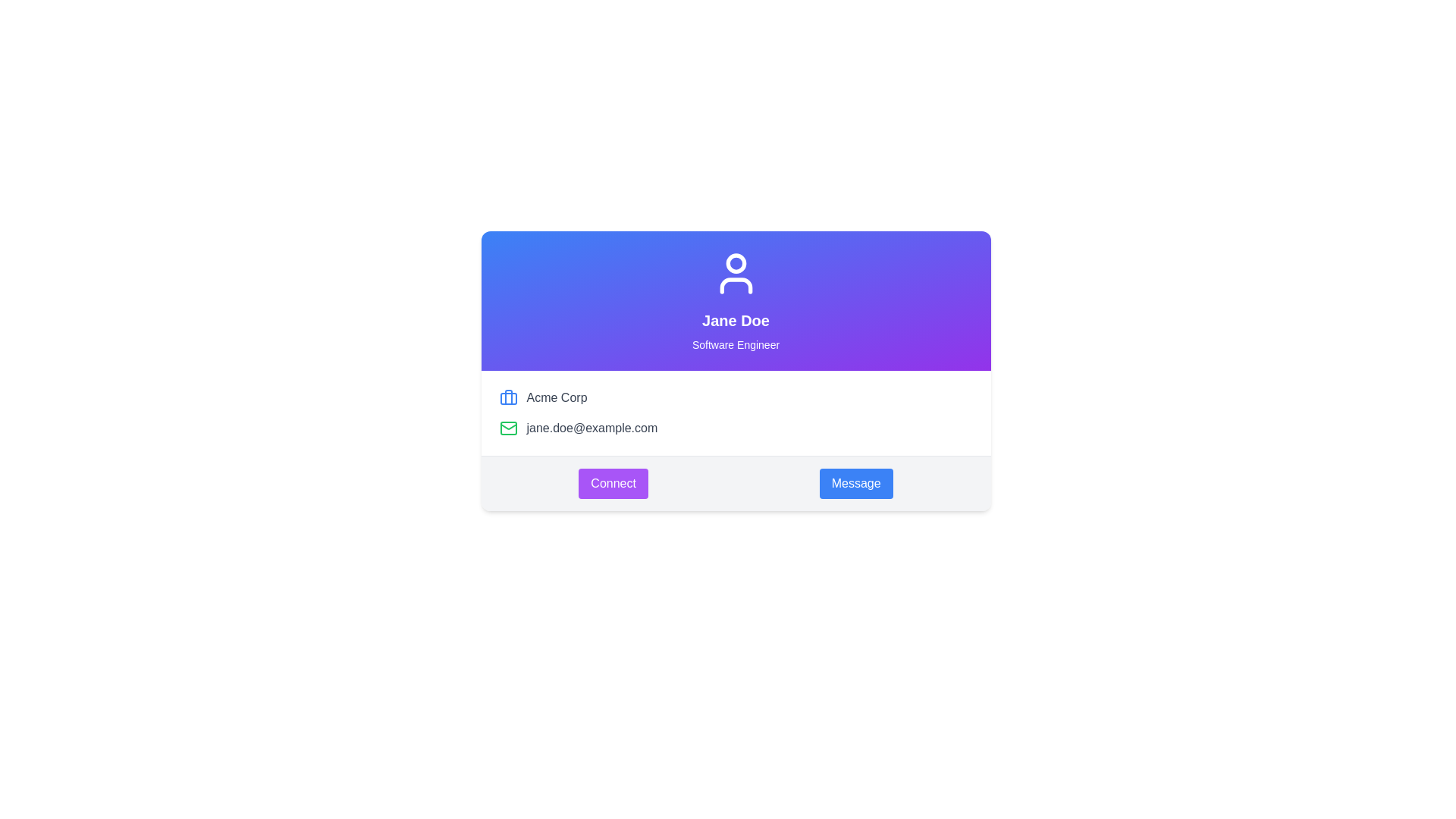  Describe the element at coordinates (556, 397) in the screenshot. I see `the text element displaying the company name 'Acme Corp'` at that location.